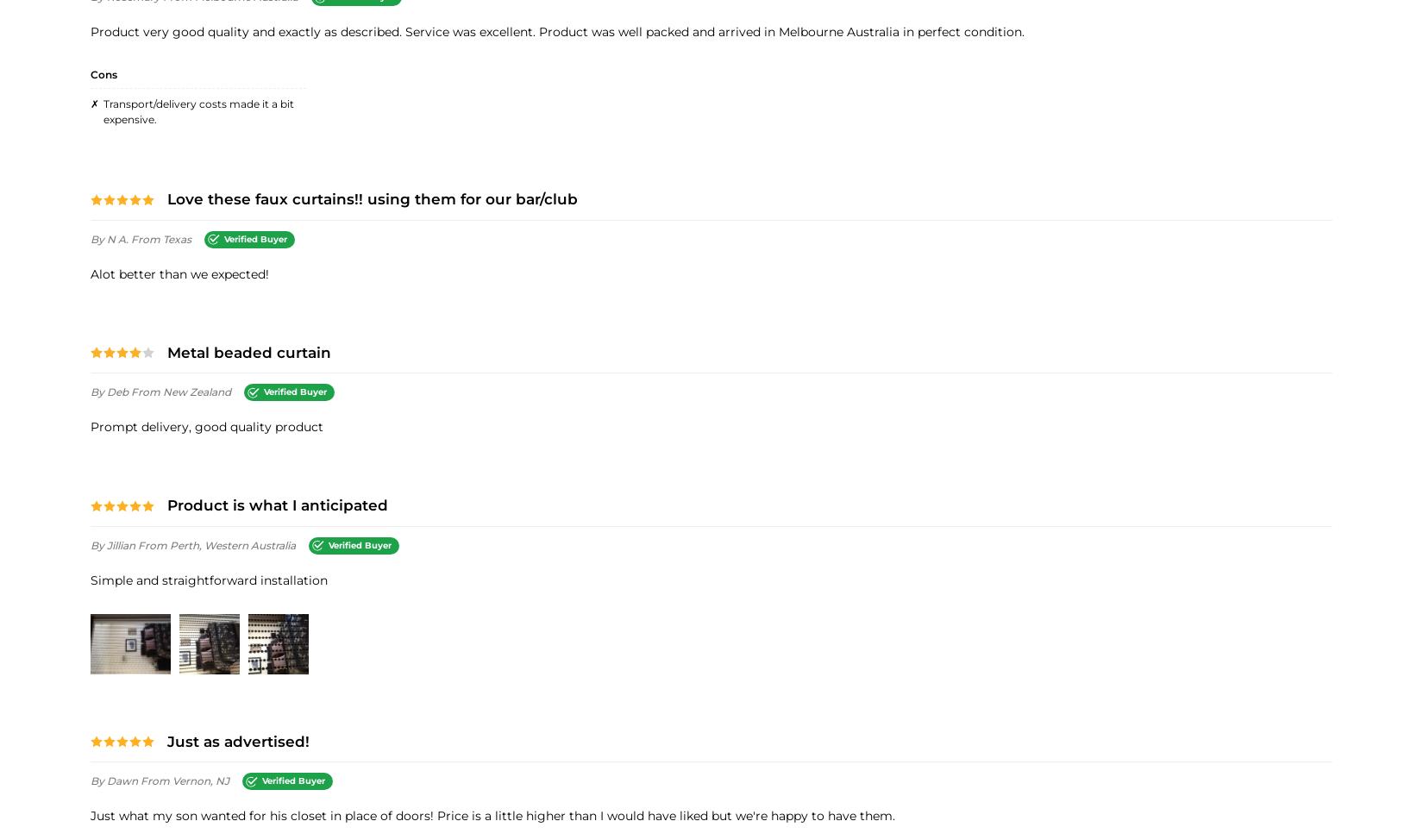 This screenshot has width=1423, height=840. What do you see at coordinates (207, 426) in the screenshot?
I see `'Prompt delivery, good quality product'` at bounding box center [207, 426].